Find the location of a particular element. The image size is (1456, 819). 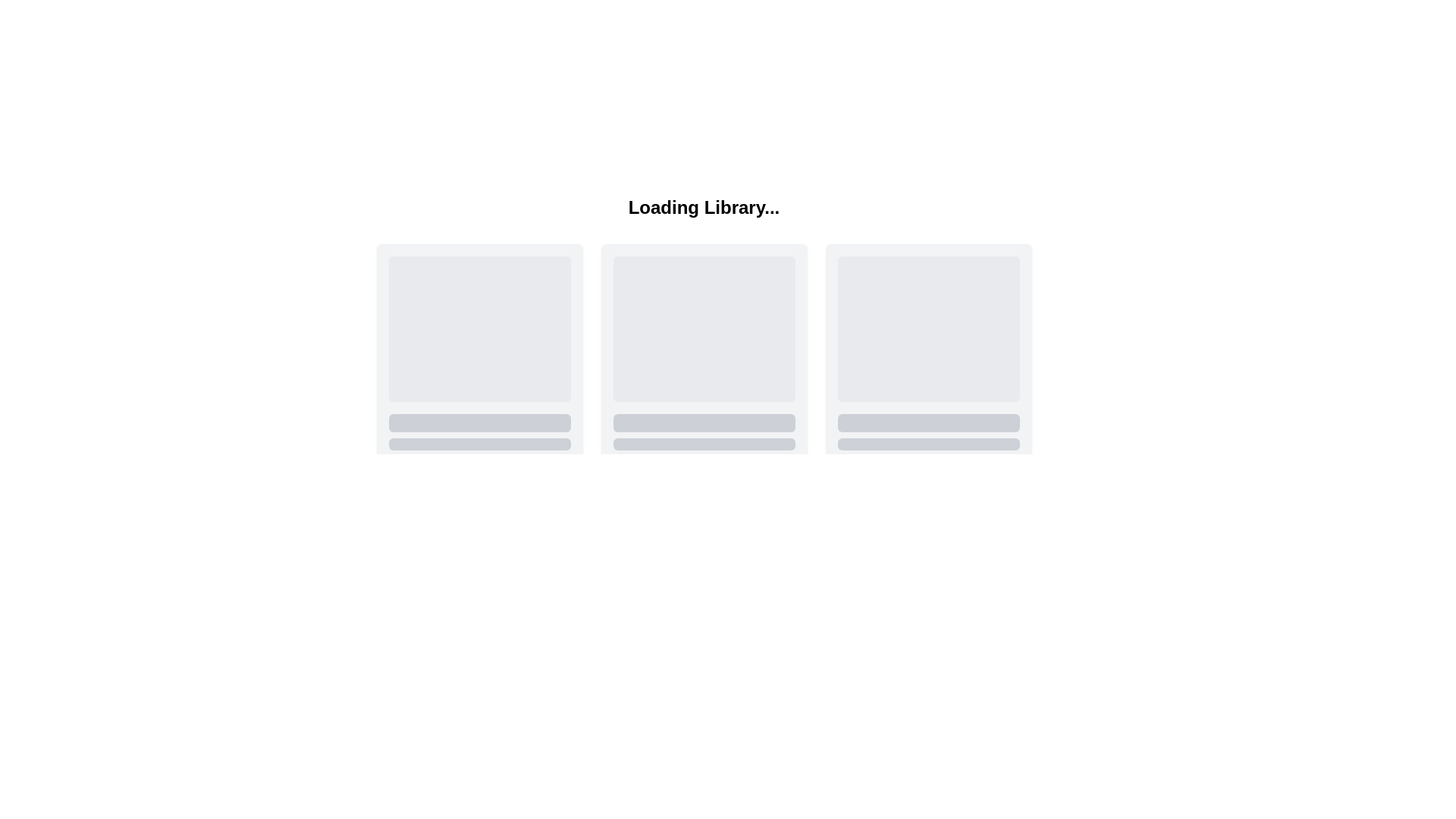

the third card in the top-right portion of the grid interface, which is a vertically oriented light gray box with rounded corners and a shadow is located at coordinates (927, 369).